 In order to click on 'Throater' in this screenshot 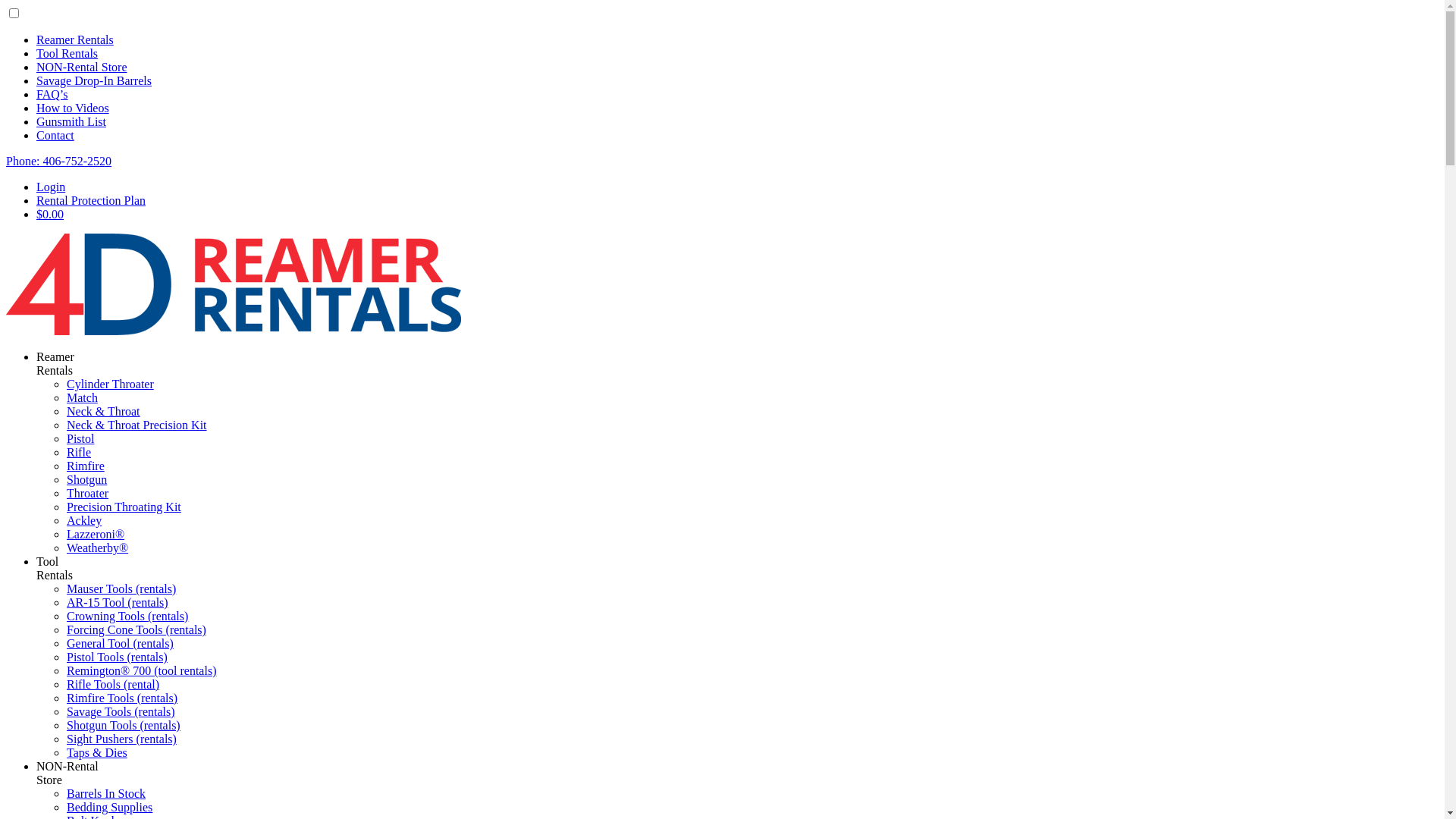, I will do `click(86, 493)`.